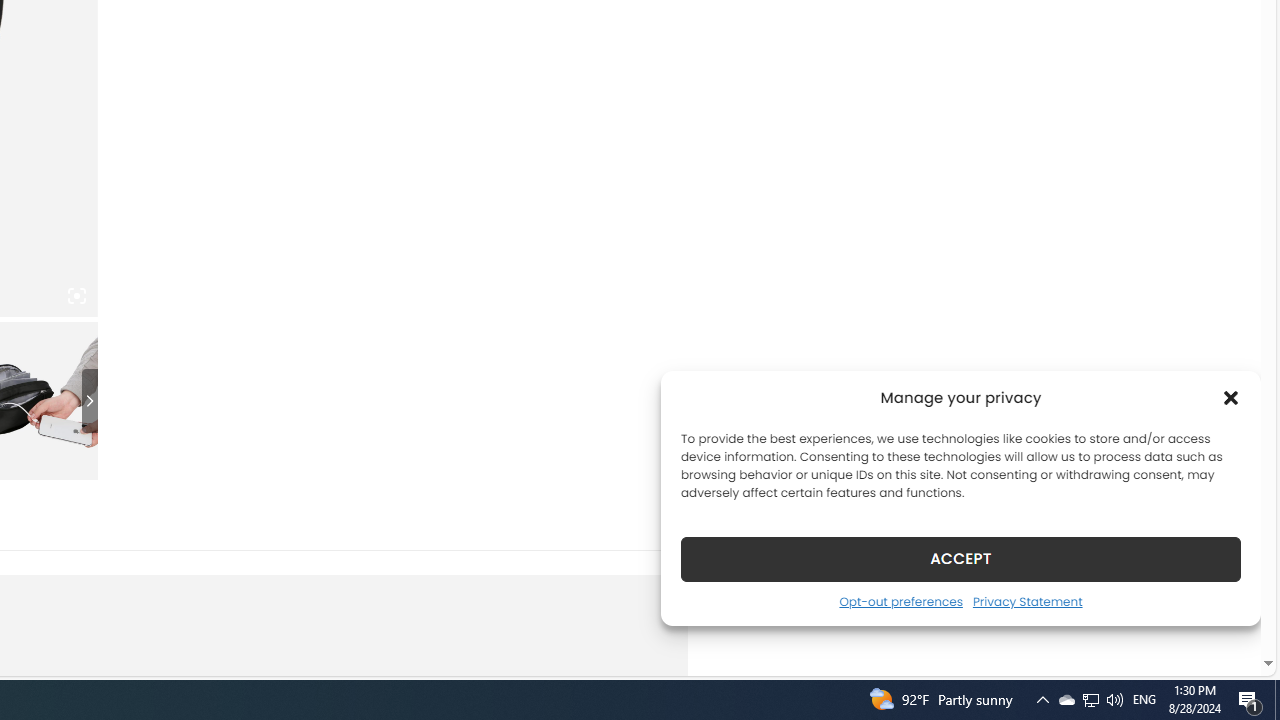  What do you see at coordinates (1230, 397) in the screenshot?
I see `'Class: cmplz-close'` at bounding box center [1230, 397].